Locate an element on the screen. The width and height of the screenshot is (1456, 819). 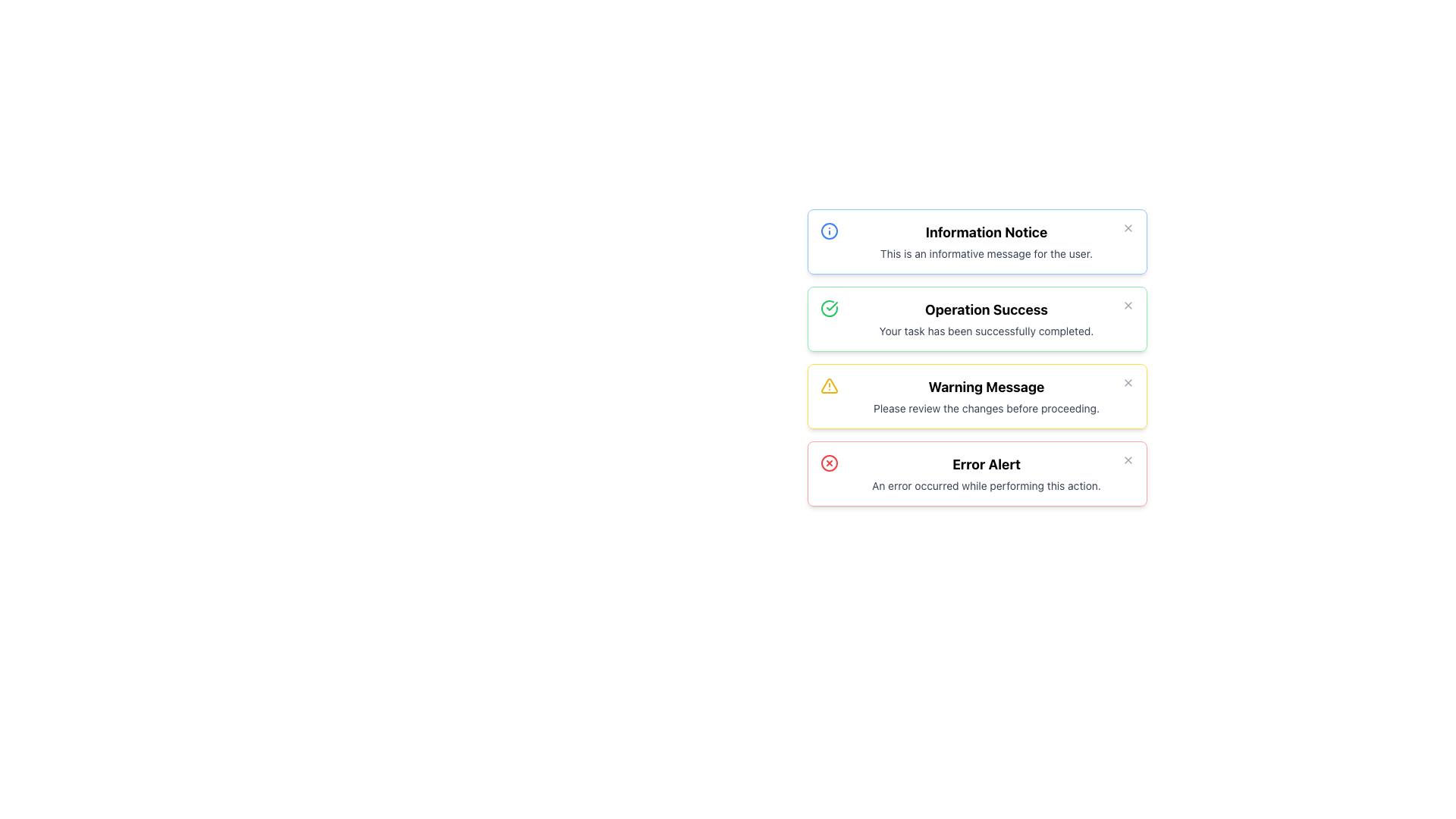
message from the text label that states 'Your task has been successfully completed.' which is styled in smaller gray text and is located below the heading 'Operation Success.' is located at coordinates (986, 330).